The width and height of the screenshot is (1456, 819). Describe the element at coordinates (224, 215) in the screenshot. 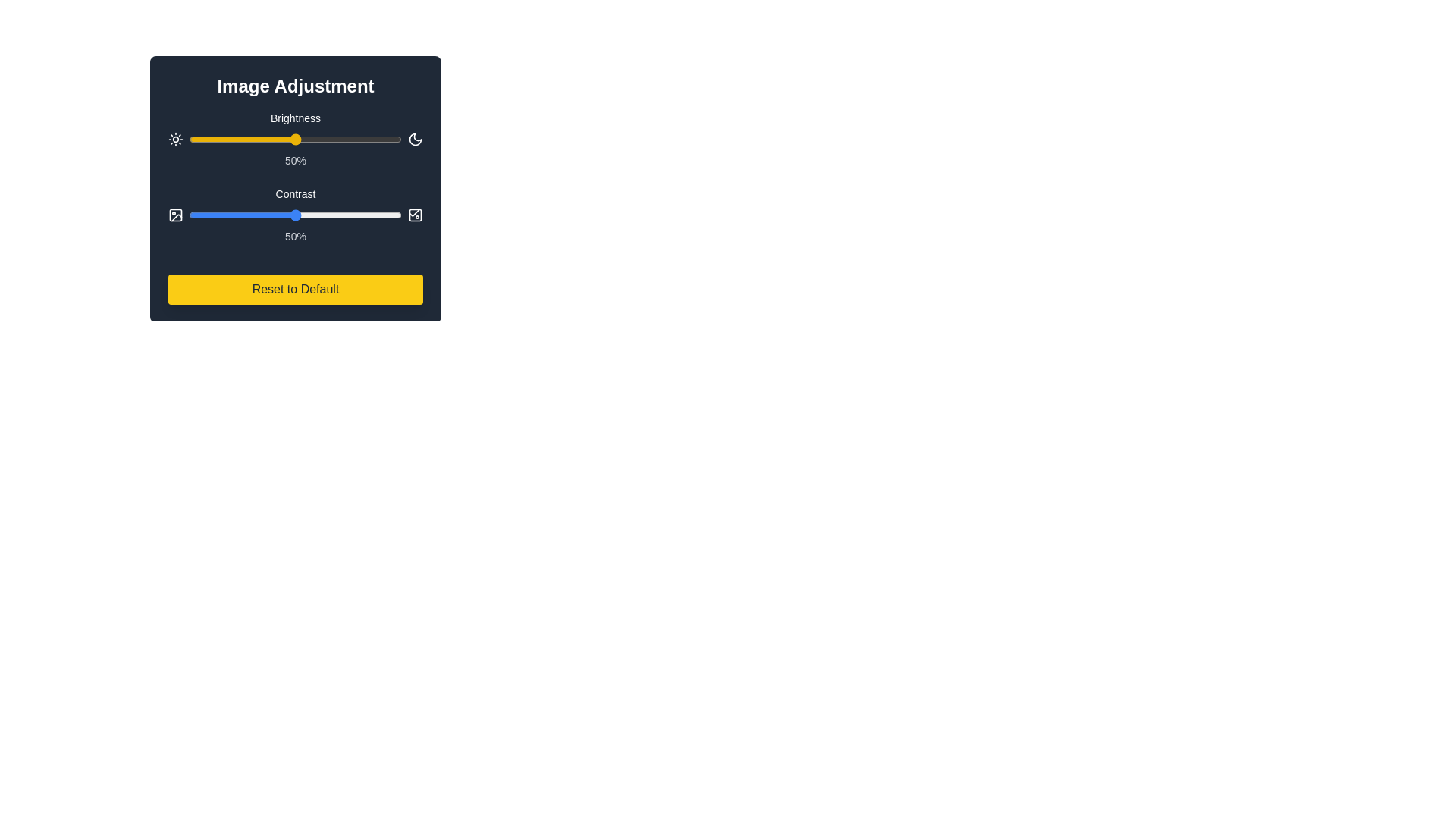

I see `the contrast level` at that location.